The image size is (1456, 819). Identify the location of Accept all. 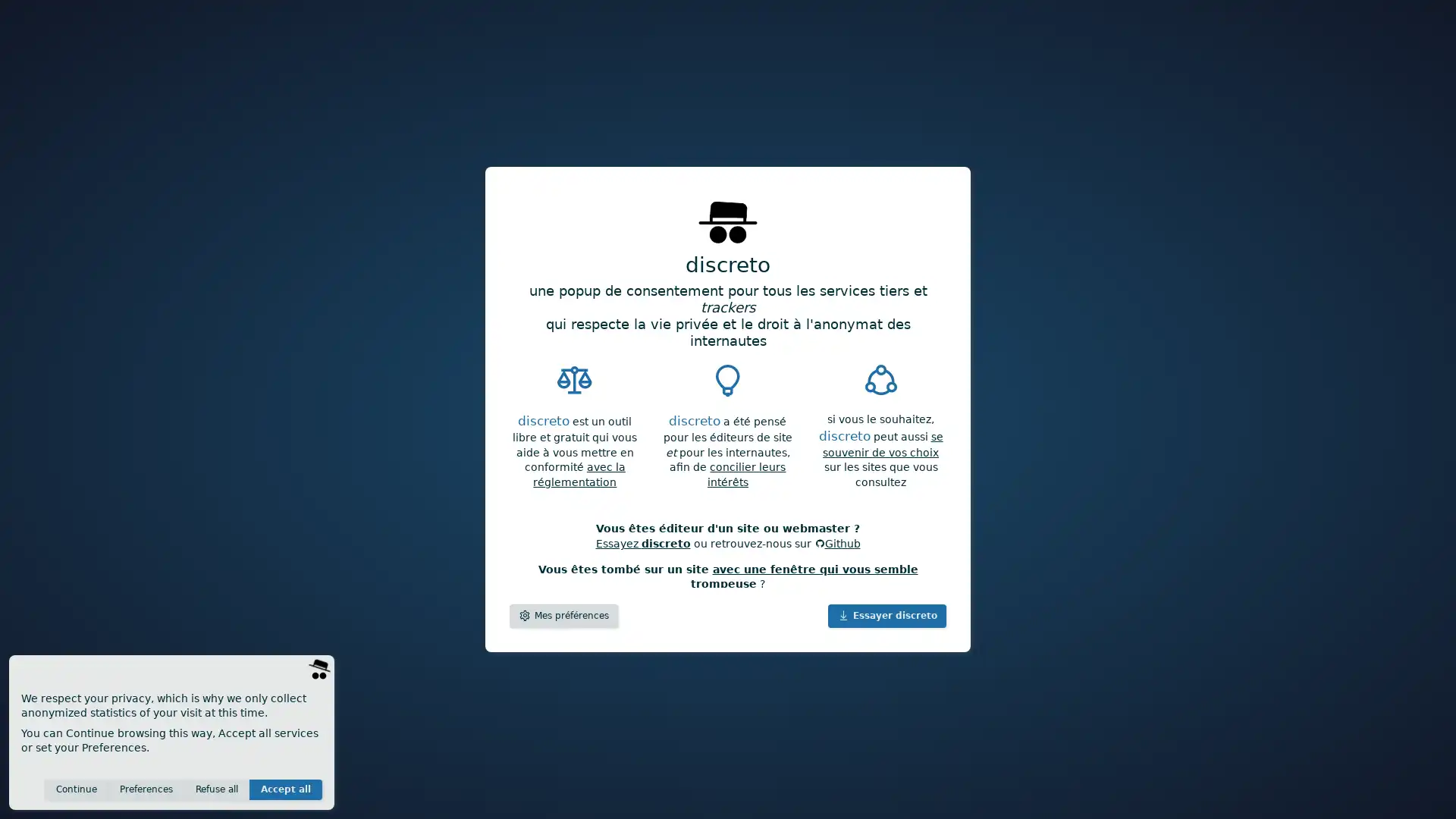
(286, 789).